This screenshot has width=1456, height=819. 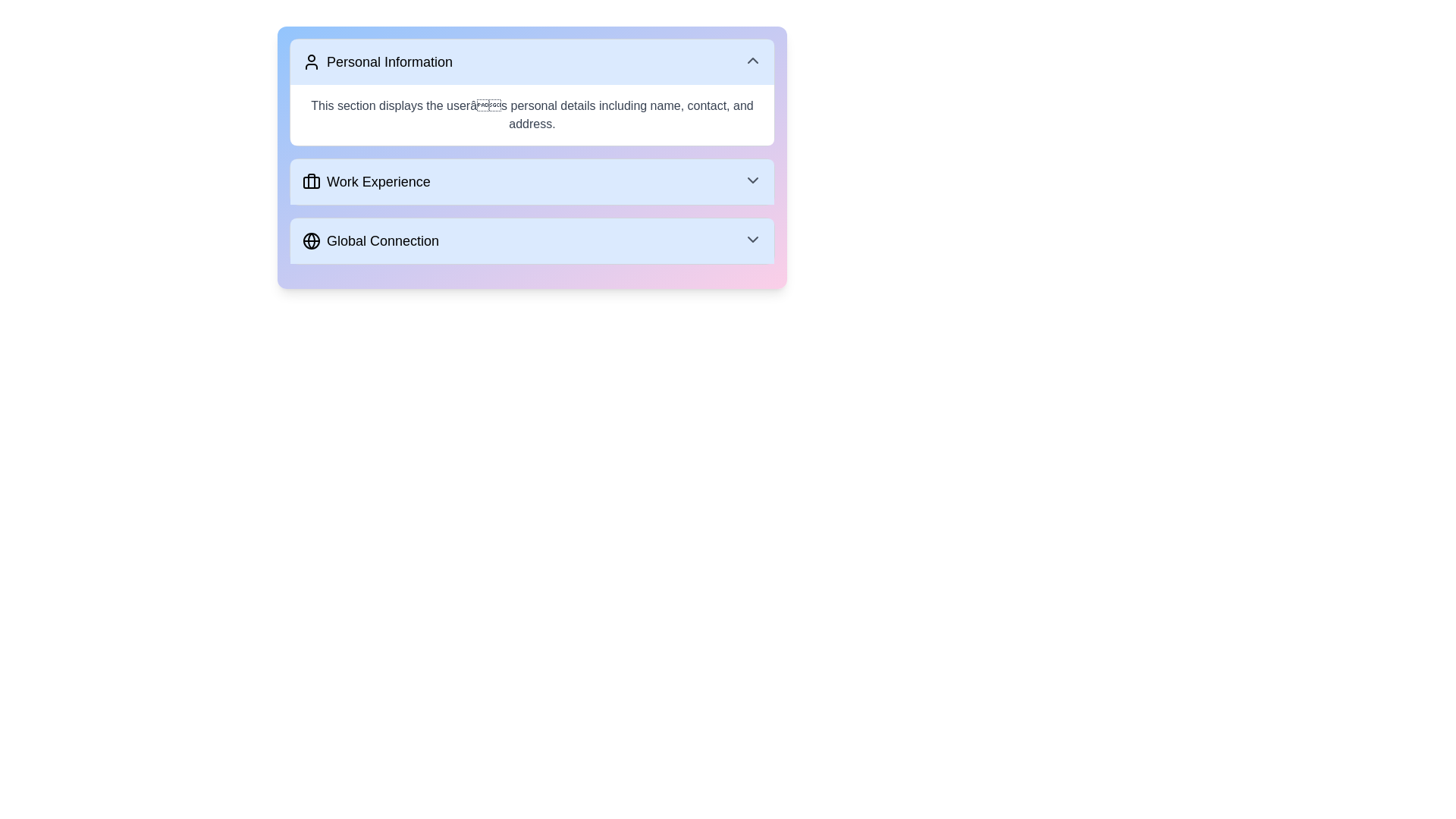 What do you see at coordinates (311, 240) in the screenshot?
I see `the globe icon graphic component in the 'Global Connection' section, which is positioned to the left of the section's label` at bounding box center [311, 240].